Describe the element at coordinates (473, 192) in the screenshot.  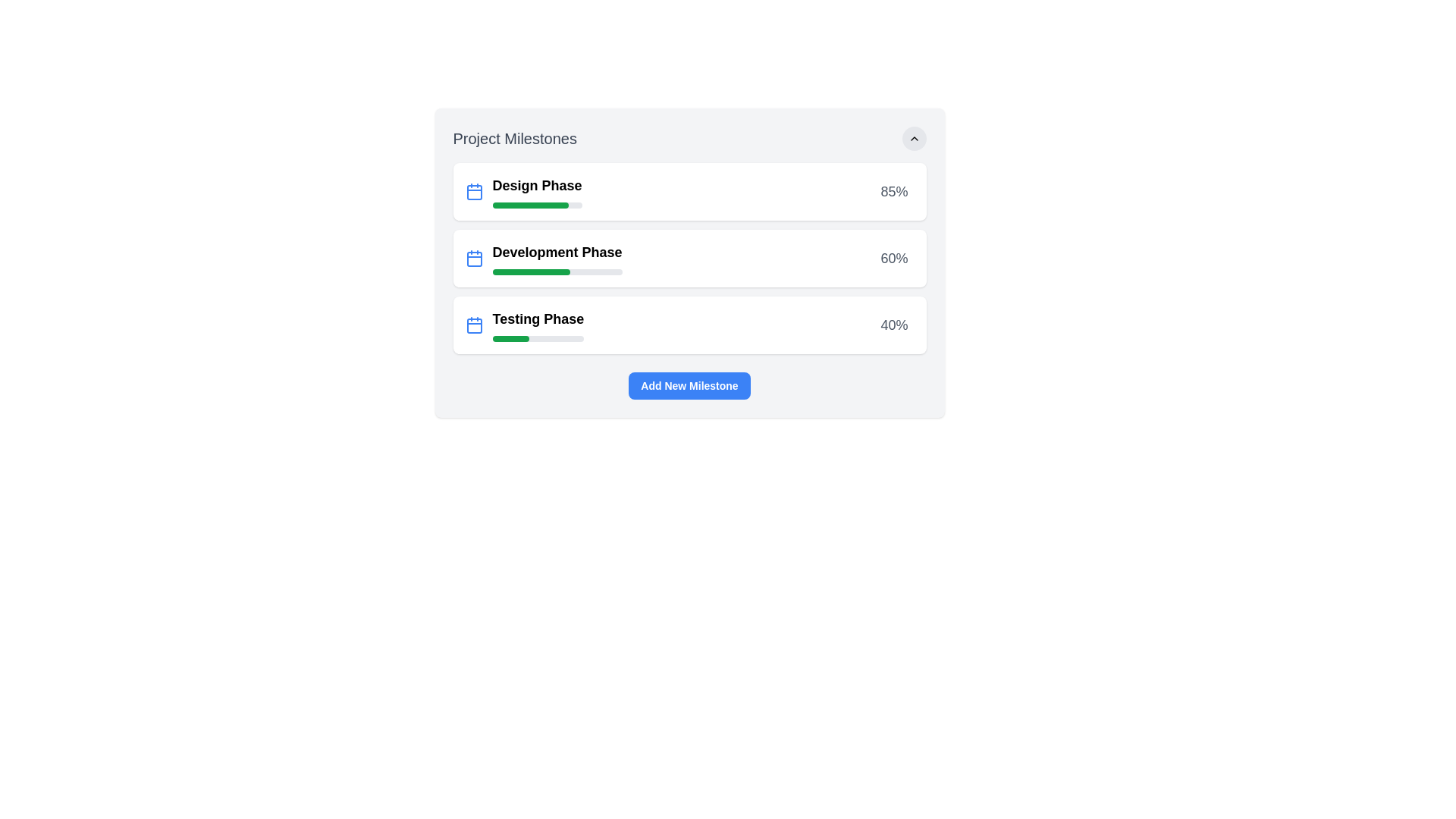
I see `the decorative shape within the calendar icon that represents a date or specific attribute, located adjacent to the 'Development Phase' label in the milestones list` at that location.